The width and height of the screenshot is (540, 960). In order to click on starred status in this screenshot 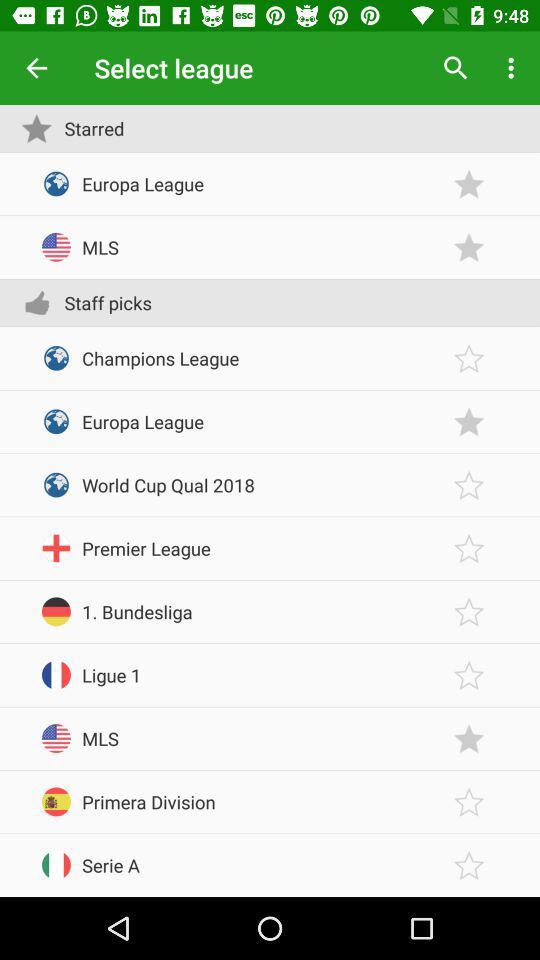, I will do `click(469, 246)`.